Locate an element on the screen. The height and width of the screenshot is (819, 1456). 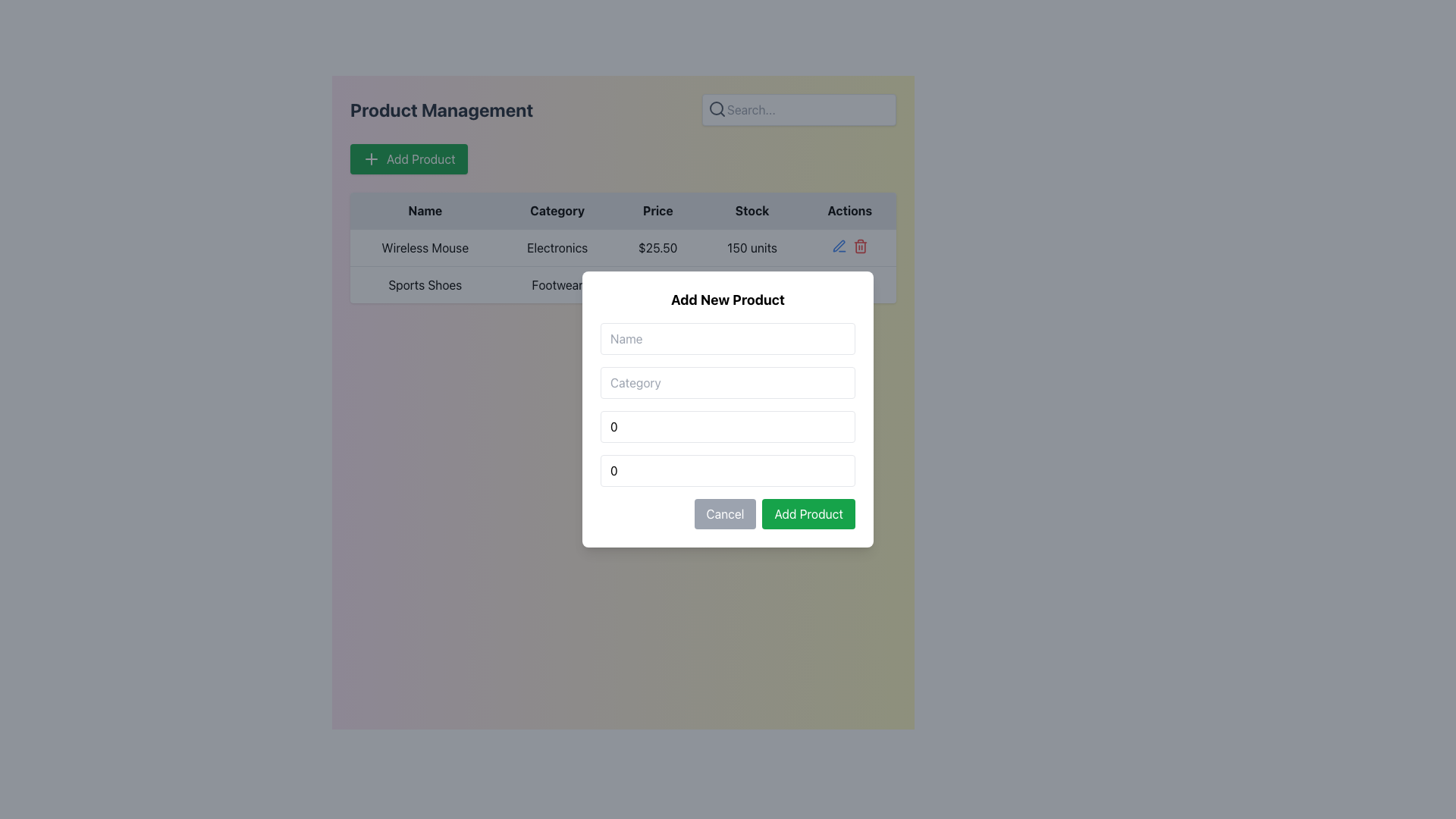
the text within the first row of the 'Product Management' table containing 'Wireless Mouse', 'Electronics', '$25.50', and '150 units' is located at coordinates (623, 247).